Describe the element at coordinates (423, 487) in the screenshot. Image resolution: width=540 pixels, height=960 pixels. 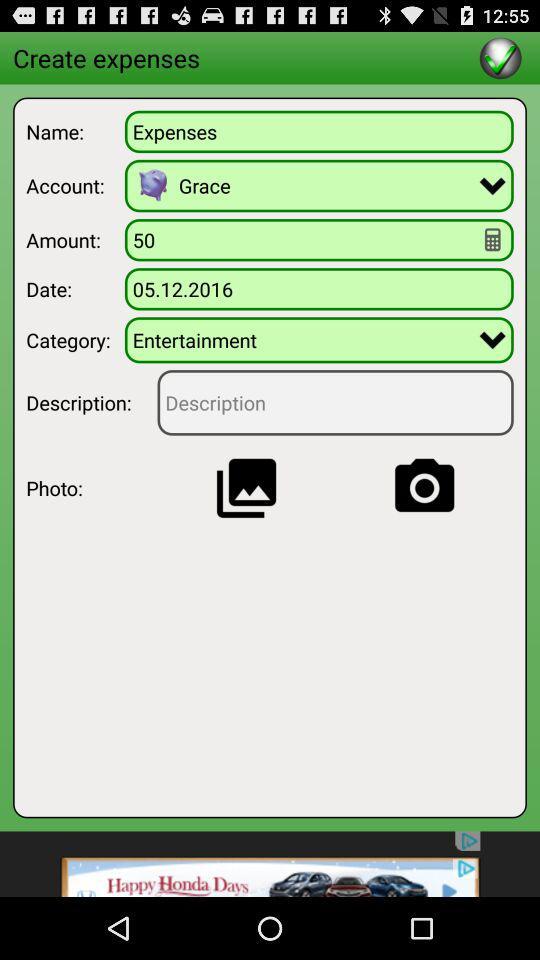
I see `camera button` at that location.